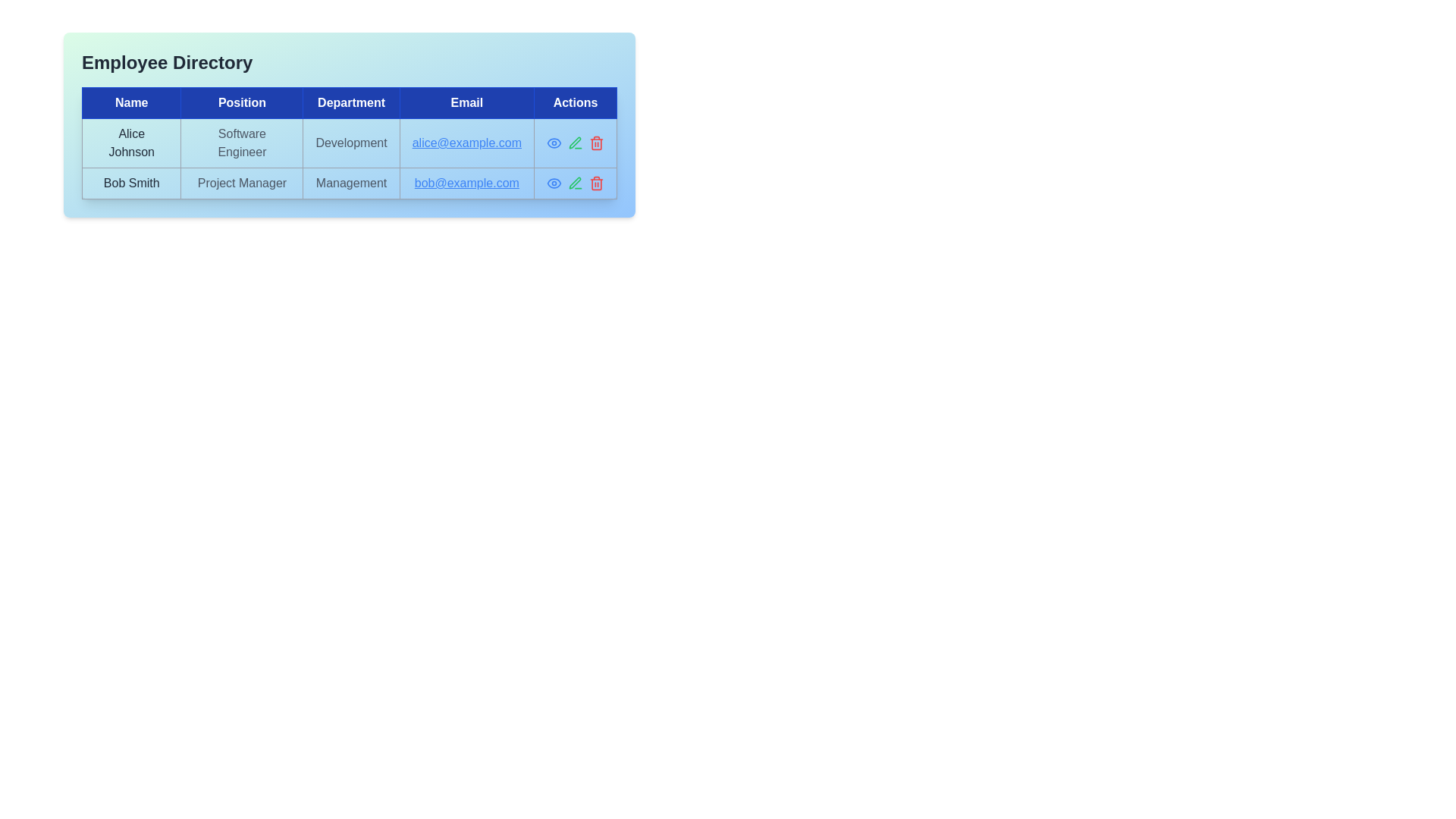 This screenshot has height=819, width=1456. What do you see at coordinates (241, 183) in the screenshot?
I see `the 'Project Manager' label in the second row of the 'Position' column, which is styled with a light gray box and darker gray text, positioned between 'Bob Smith' and 'Management'` at bounding box center [241, 183].